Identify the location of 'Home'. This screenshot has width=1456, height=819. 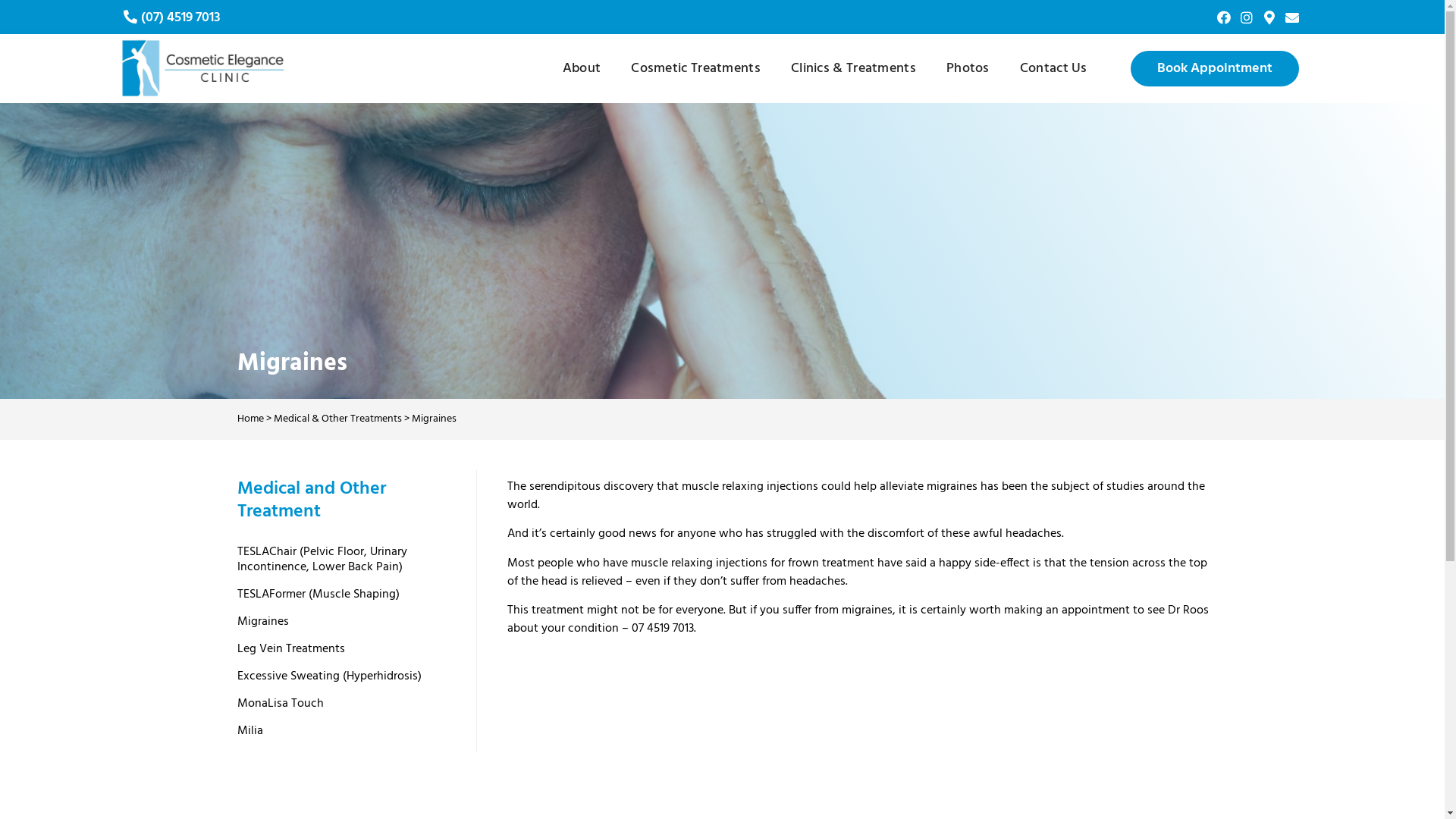
(236, 419).